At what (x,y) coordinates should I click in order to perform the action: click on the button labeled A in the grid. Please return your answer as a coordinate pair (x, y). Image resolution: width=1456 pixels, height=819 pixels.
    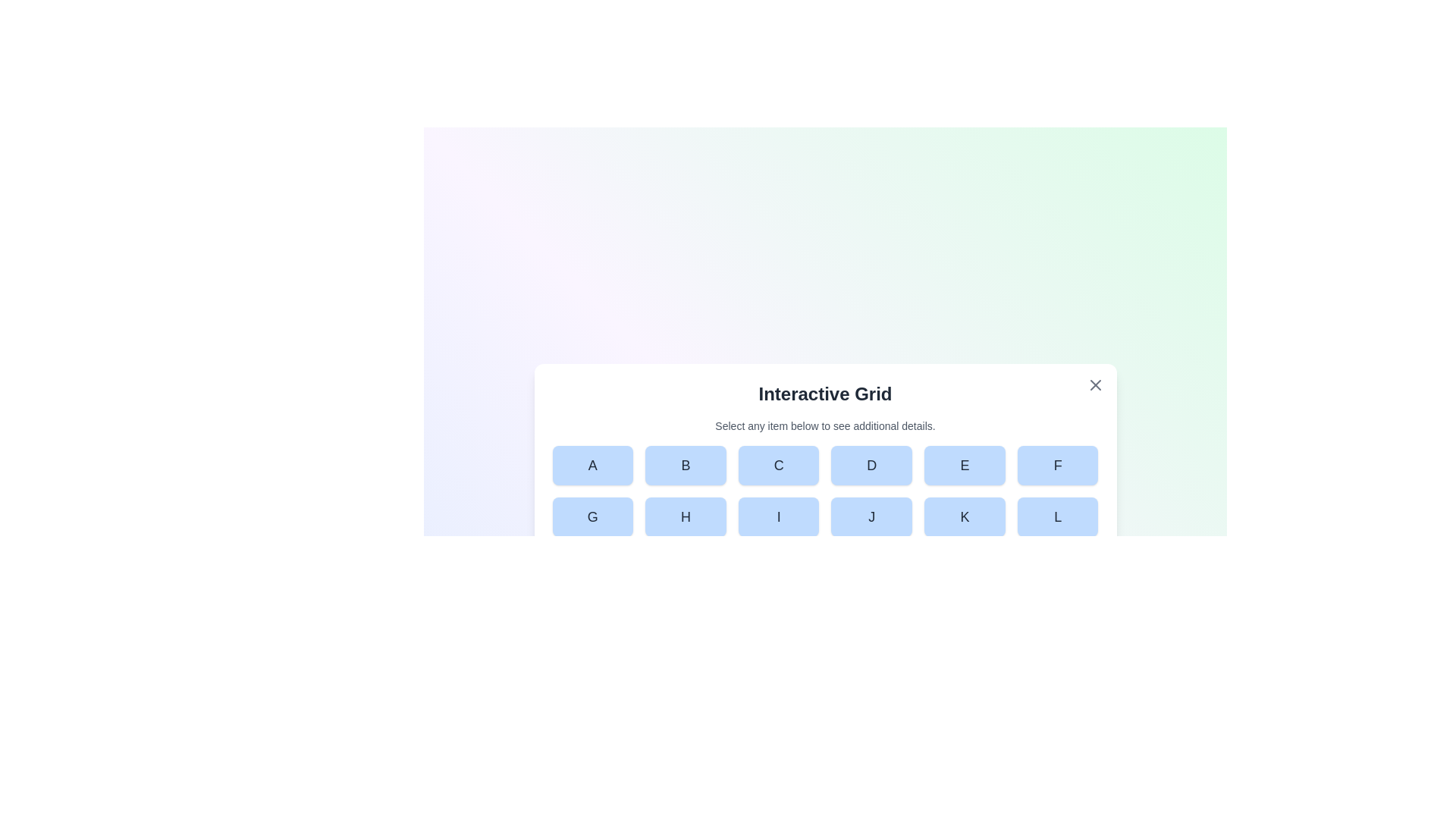
    Looking at the image, I should click on (591, 464).